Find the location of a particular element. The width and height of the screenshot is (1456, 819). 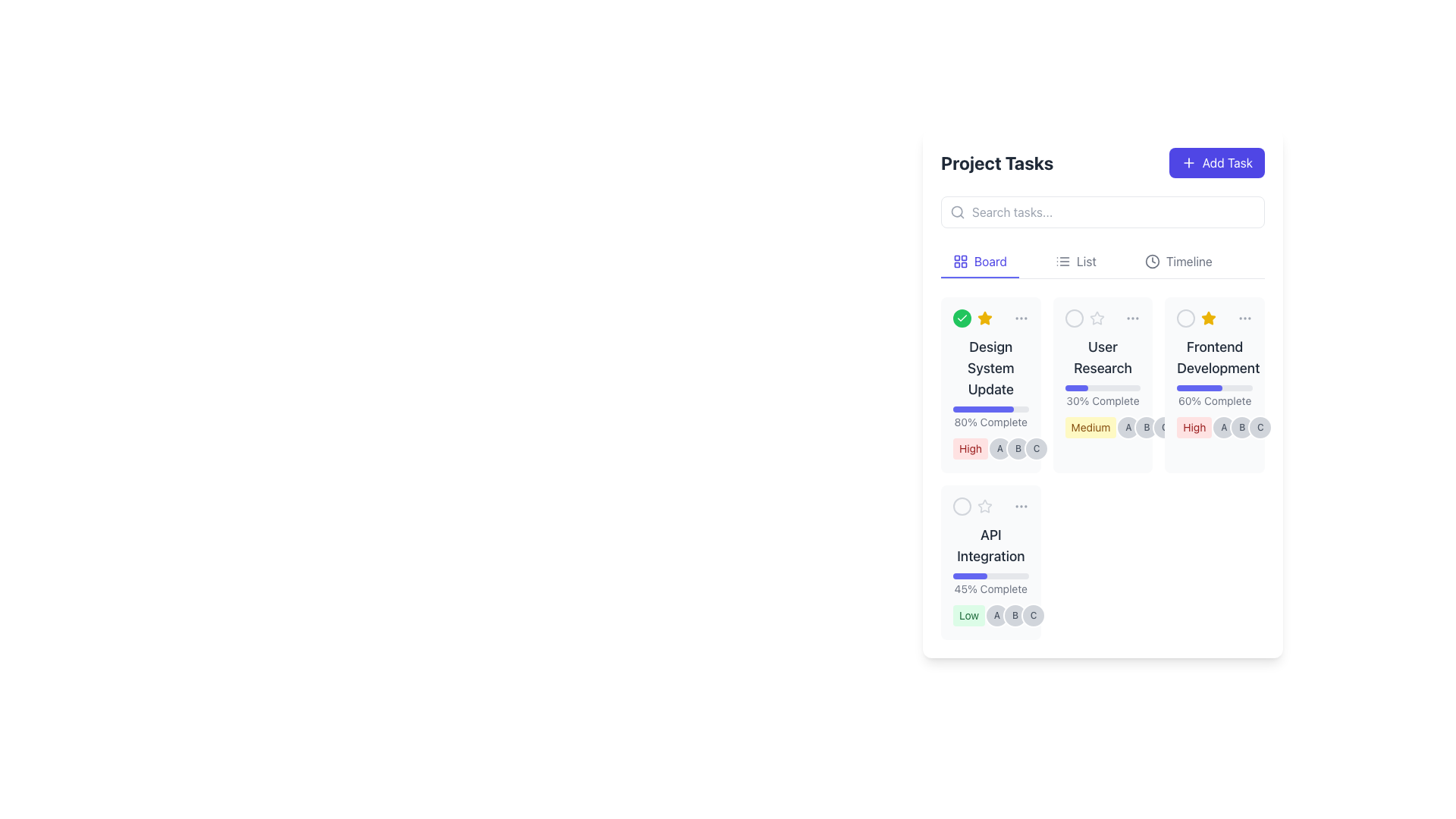

the 'Board' navigation tab located at the far left of the horizontal navigation bar is located at coordinates (980, 262).